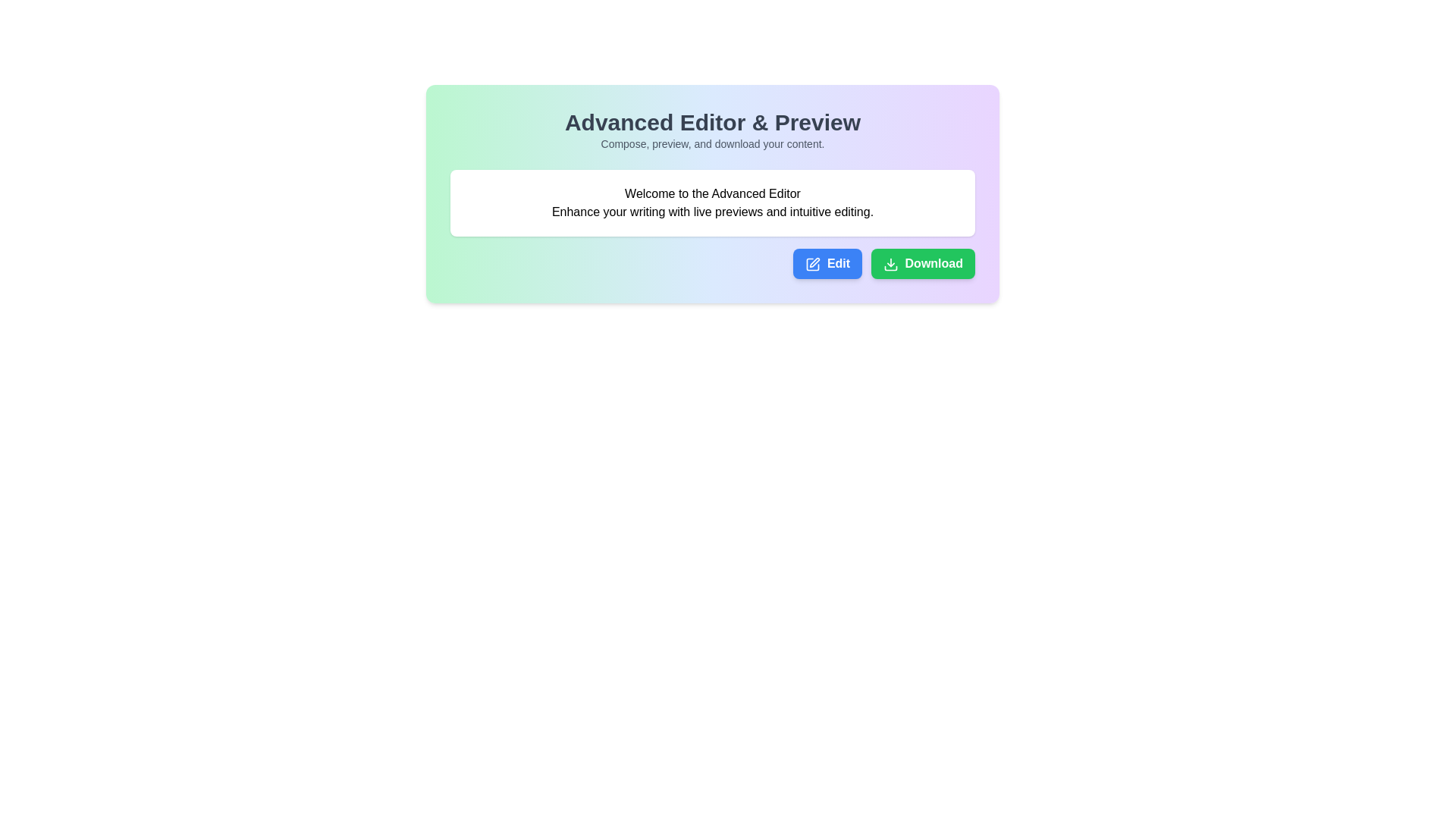  Describe the element at coordinates (712, 212) in the screenshot. I see `the static text block that serves as a subtitle, located immediately below the 'Welcome to the Advanced Editor' text, centered in the interface` at that location.